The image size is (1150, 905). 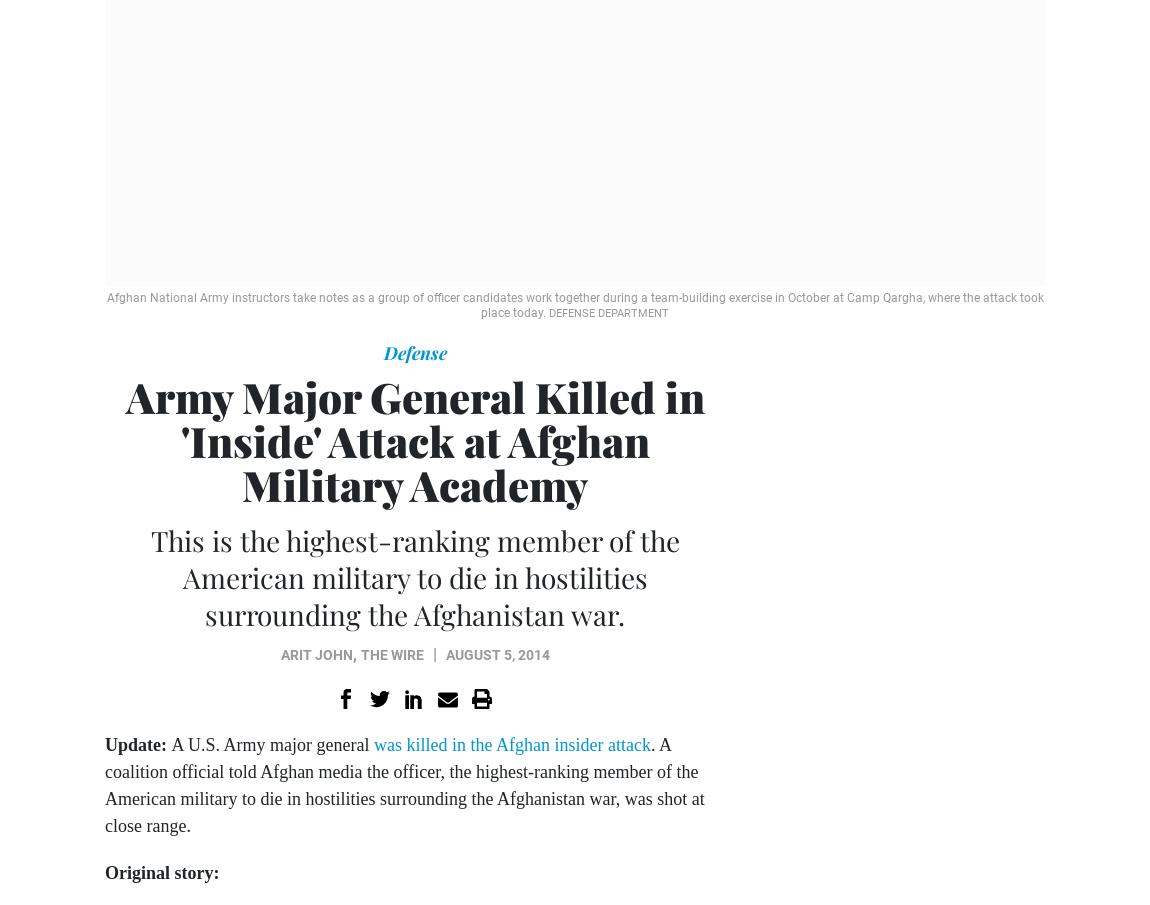 I want to click on 'The Wire', so click(x=391, y=655).